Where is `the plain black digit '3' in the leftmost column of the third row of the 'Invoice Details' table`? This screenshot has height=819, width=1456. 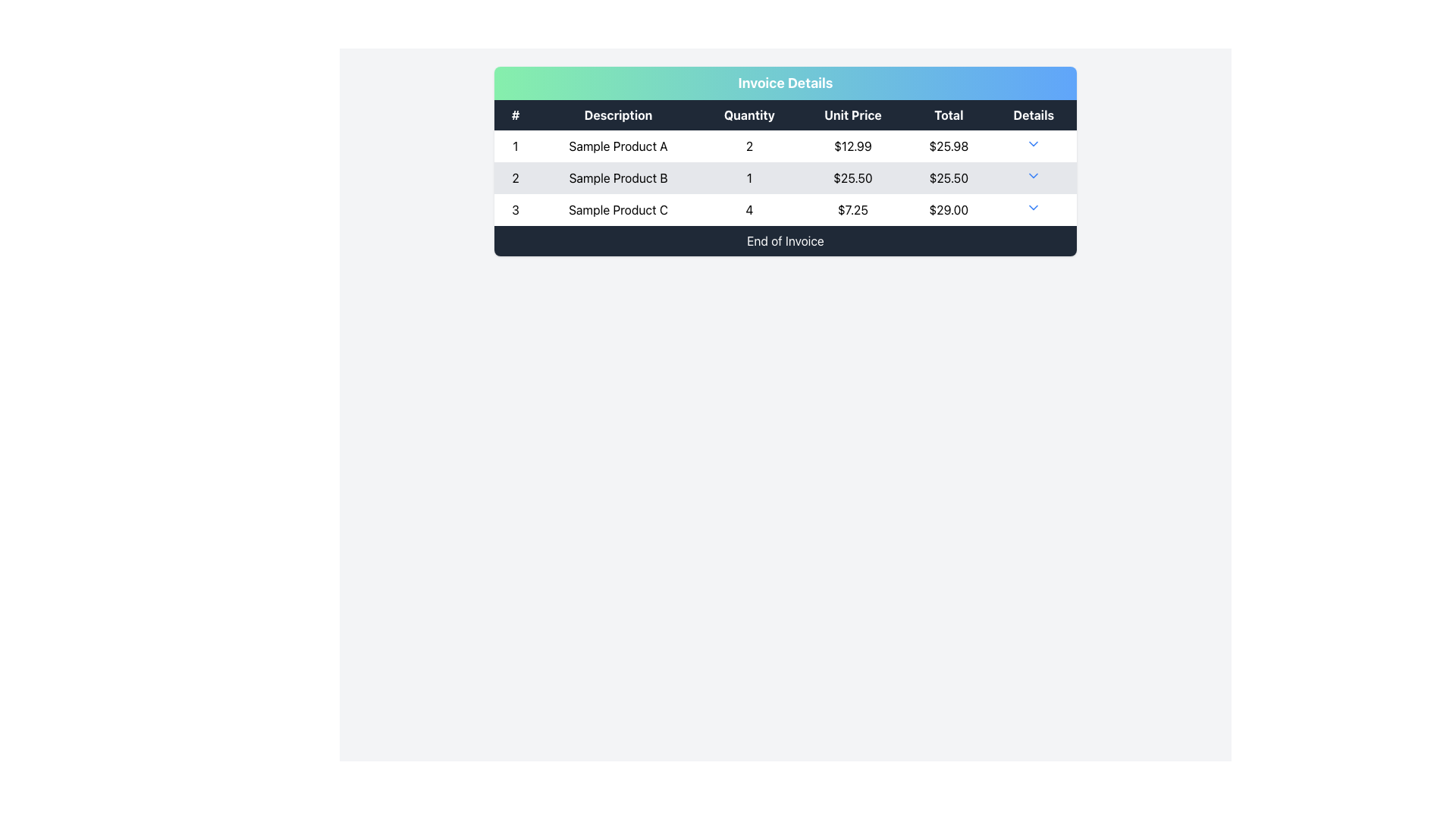 the plain black digit '3' in the leftmost column of the third row of the 'Invoice Details' table is located at coordinates (516, 210).